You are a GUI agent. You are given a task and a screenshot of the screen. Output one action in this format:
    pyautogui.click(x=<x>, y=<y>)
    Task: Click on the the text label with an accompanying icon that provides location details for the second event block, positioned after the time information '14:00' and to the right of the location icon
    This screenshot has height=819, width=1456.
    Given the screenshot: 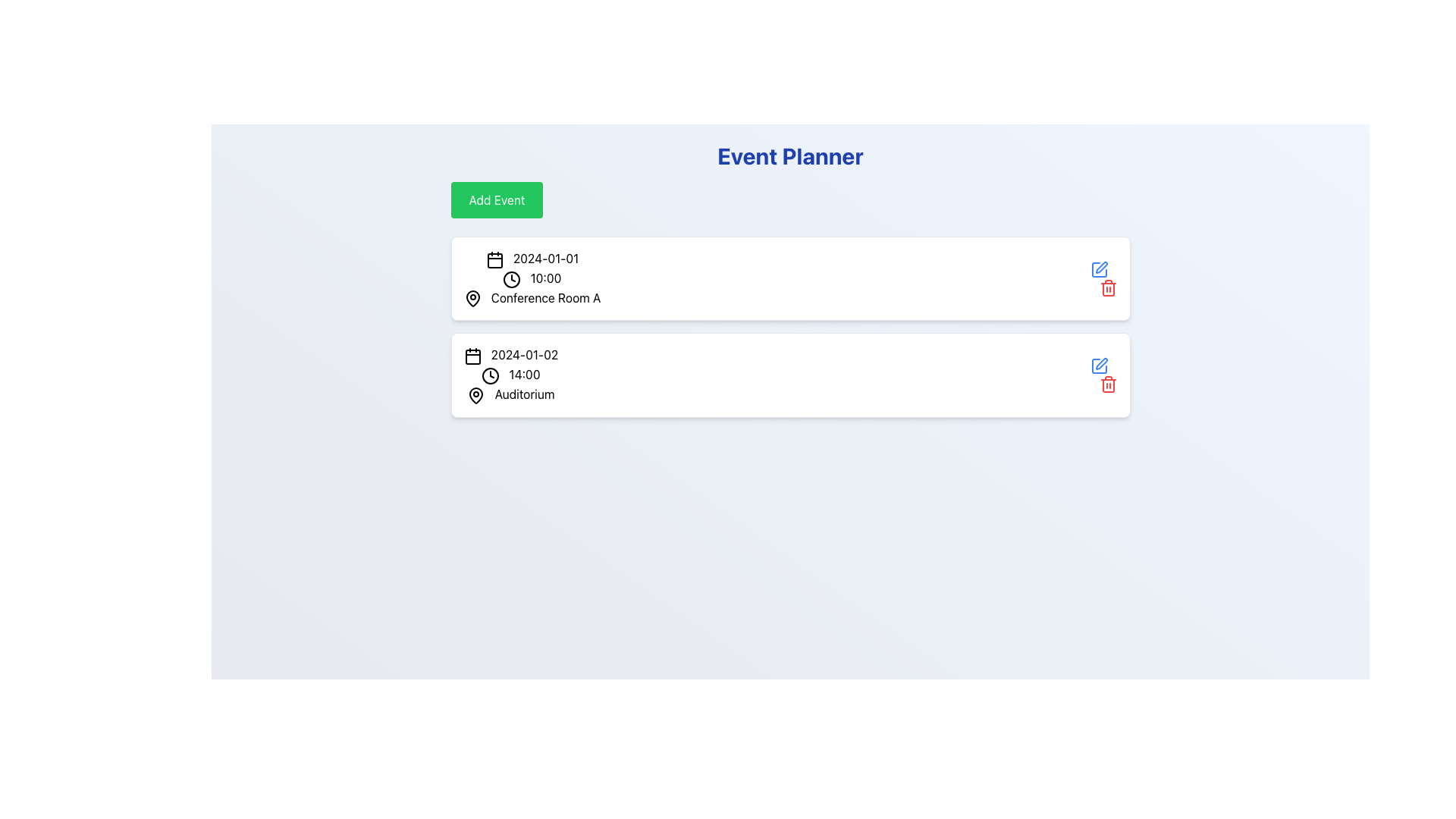 What is the action you would take?
    pyautogui.click(x=510, y=394)
    